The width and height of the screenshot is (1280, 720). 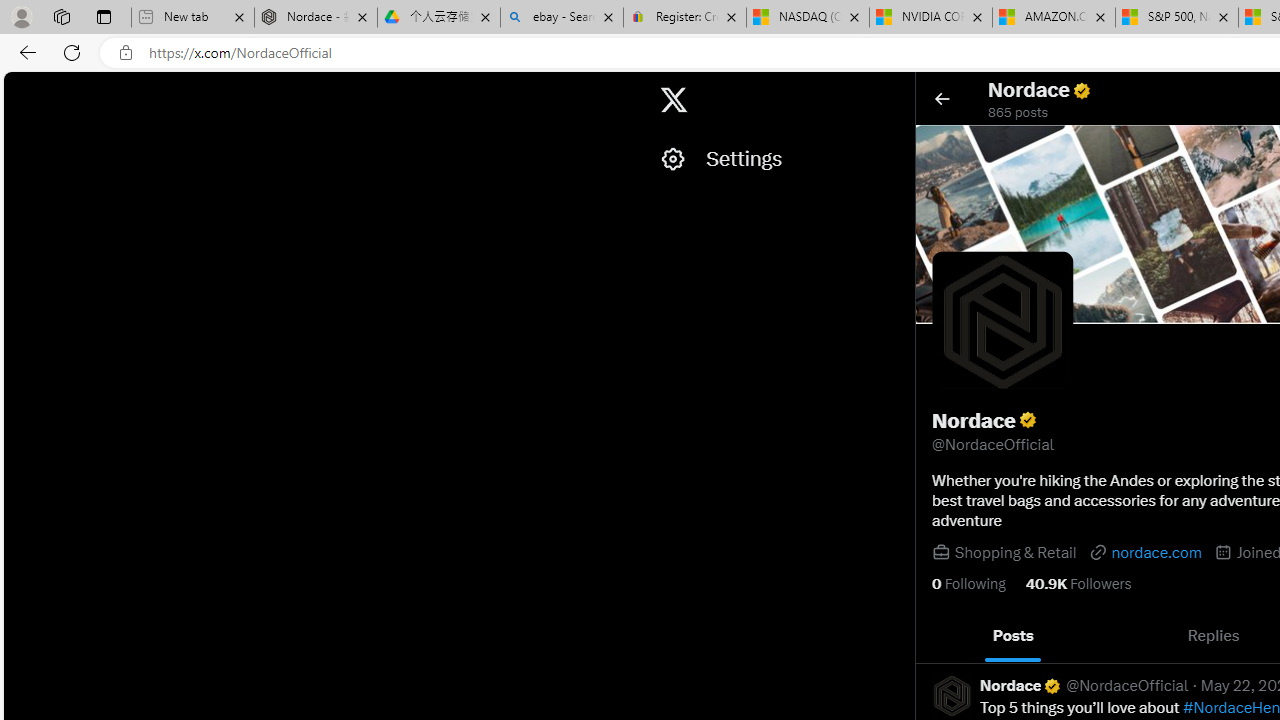 What do you see at coordinates (673, 100) in the screenshot?
I see `'X'` at bounding box center [673, 100].